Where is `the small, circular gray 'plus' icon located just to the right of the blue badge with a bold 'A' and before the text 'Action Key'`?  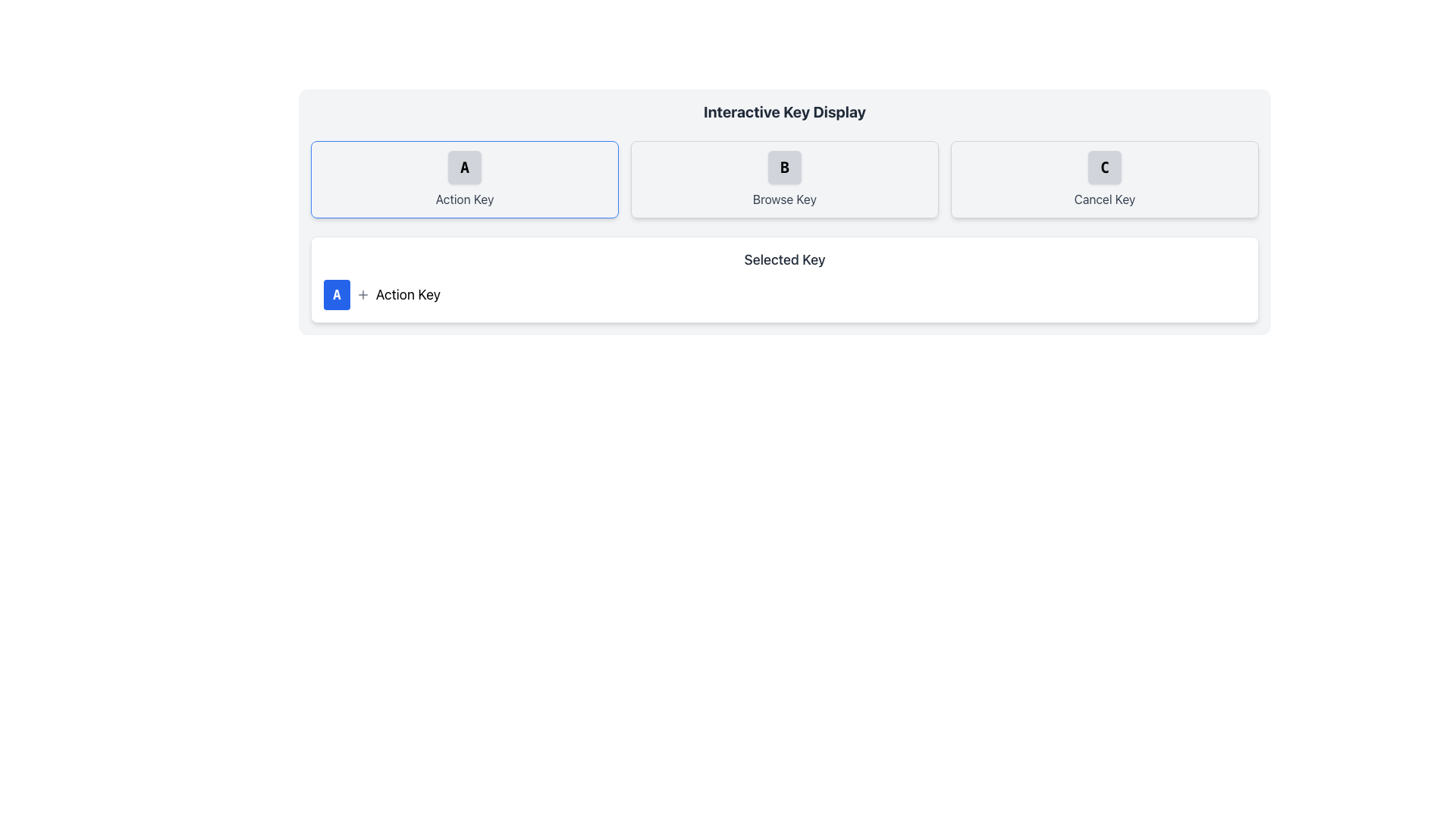
the small, circular gray 'plus' icon located just to the right of the blue badge with a bold 'A' and before the text 'Action Key' is located at coordinates (362, 295).